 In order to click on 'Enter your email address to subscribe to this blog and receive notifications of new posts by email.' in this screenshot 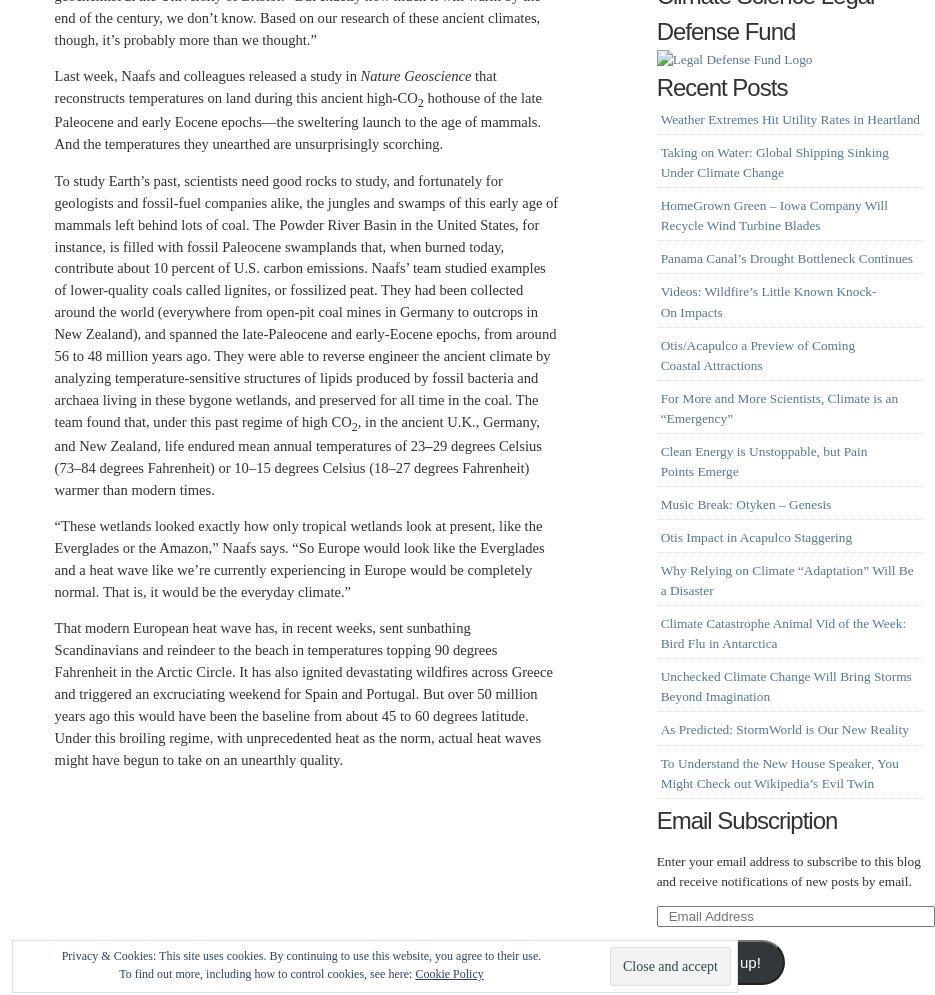, I will do `click(787, 871)`.